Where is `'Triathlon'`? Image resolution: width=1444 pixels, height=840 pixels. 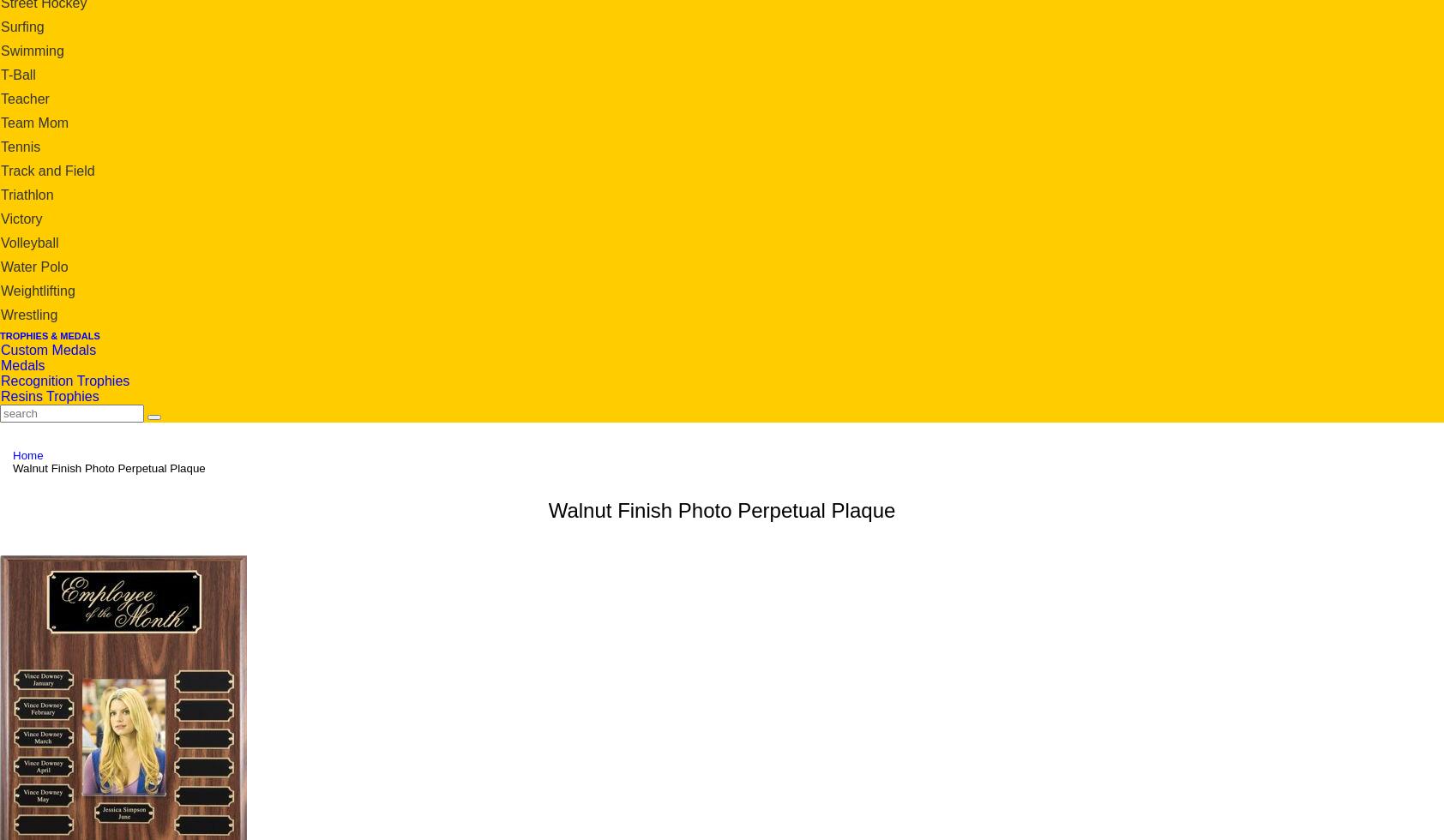 'Triathlon' is located at coordinates (0, 194).